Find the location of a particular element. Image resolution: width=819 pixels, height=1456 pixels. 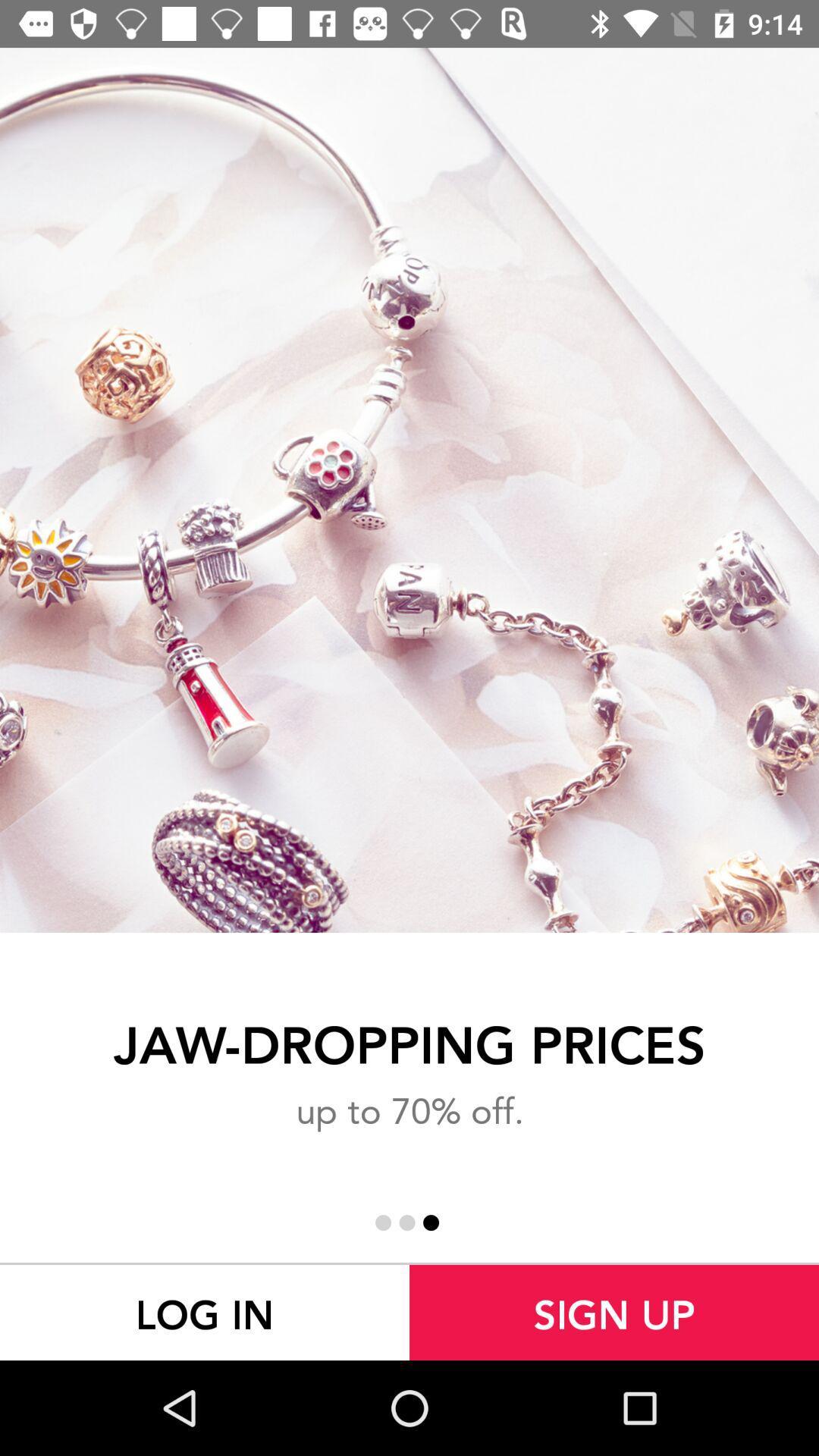

icon at the bottom right corner is located at coordinates (614, 1312).